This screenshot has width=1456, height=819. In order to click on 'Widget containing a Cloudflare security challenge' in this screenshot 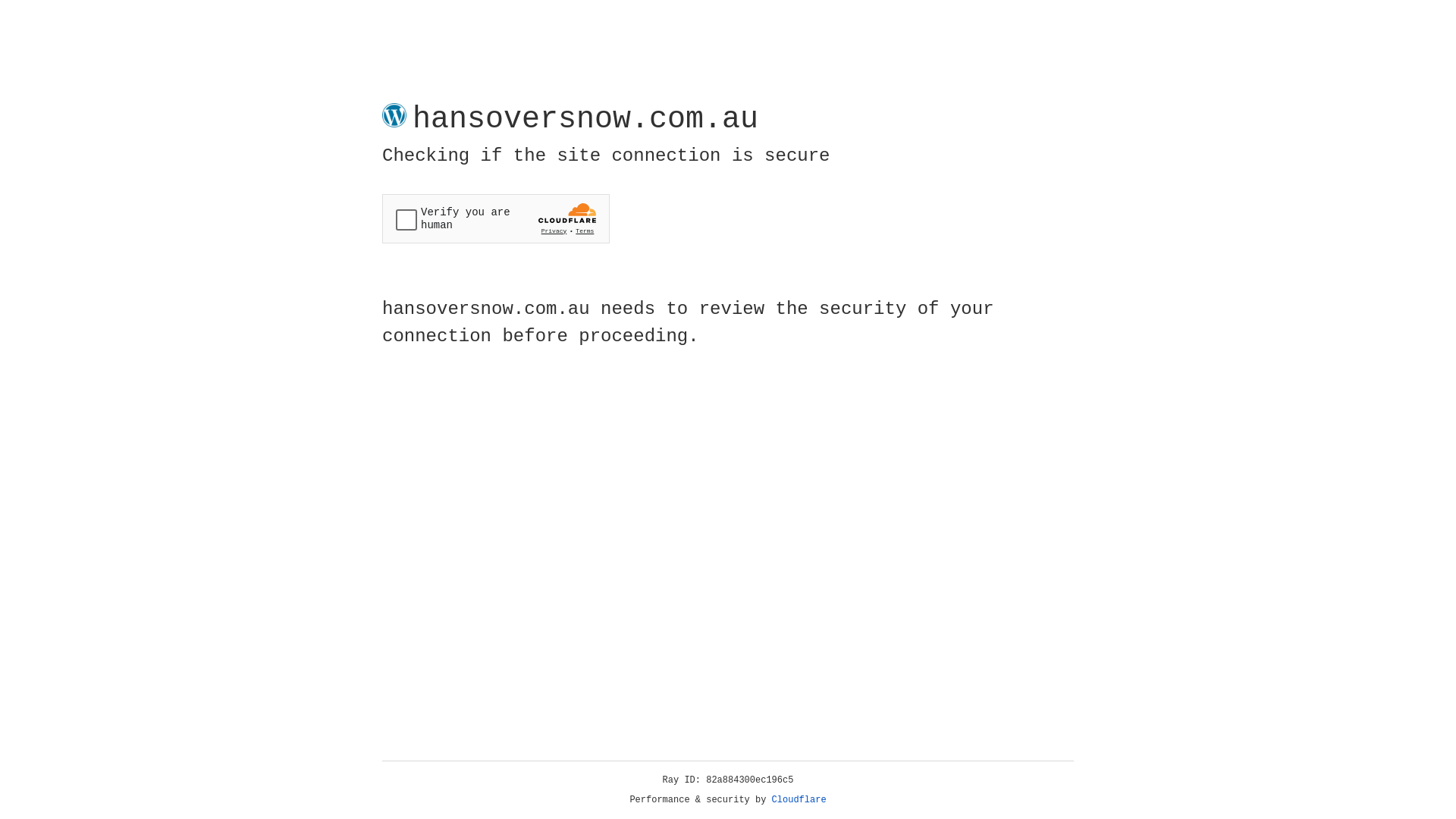, I will do `click(495, 218)`.